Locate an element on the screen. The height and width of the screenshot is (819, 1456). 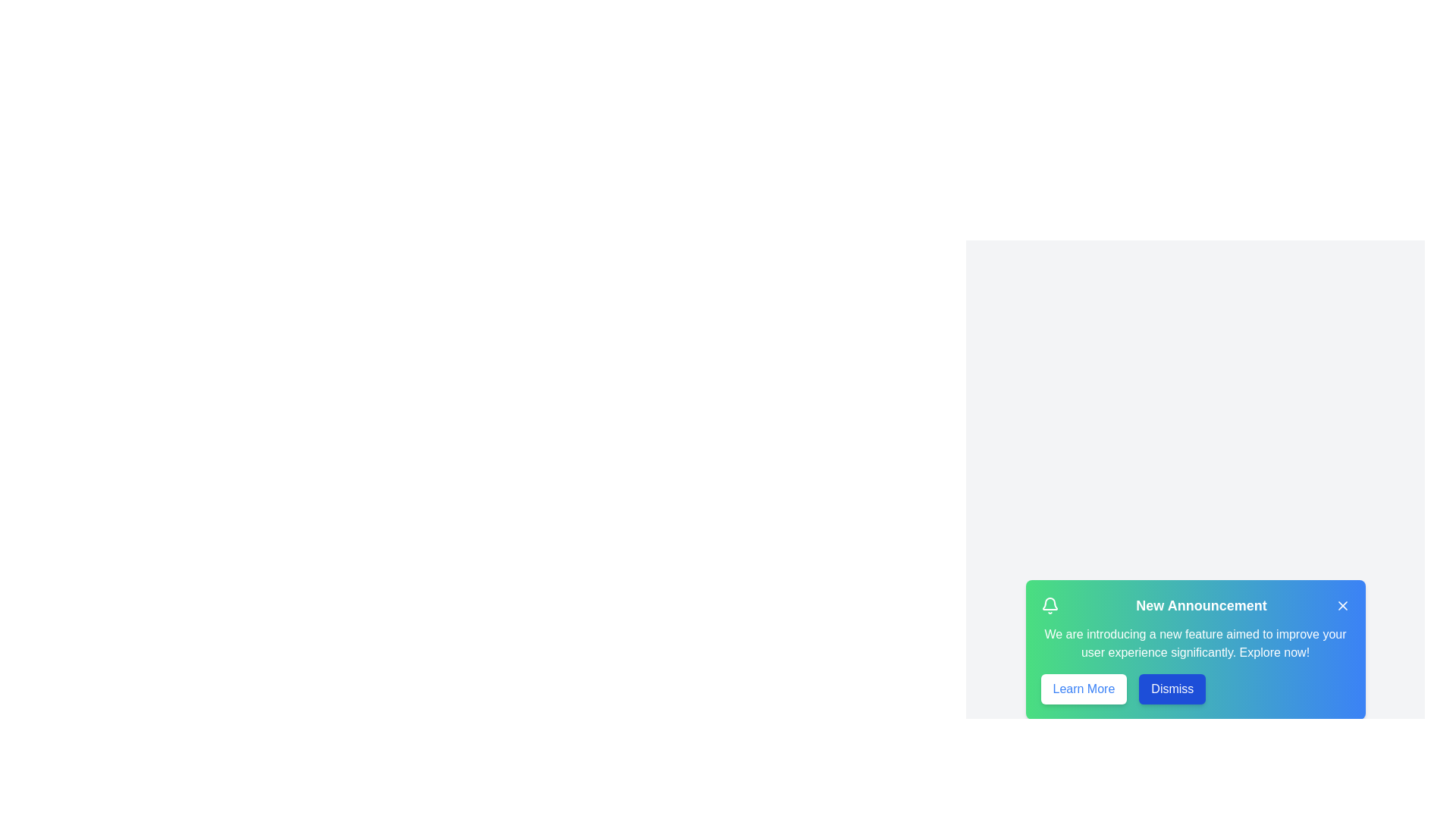
the second button from left to right under the 'New Announcement' message box is located at coordinates (1172, 689).